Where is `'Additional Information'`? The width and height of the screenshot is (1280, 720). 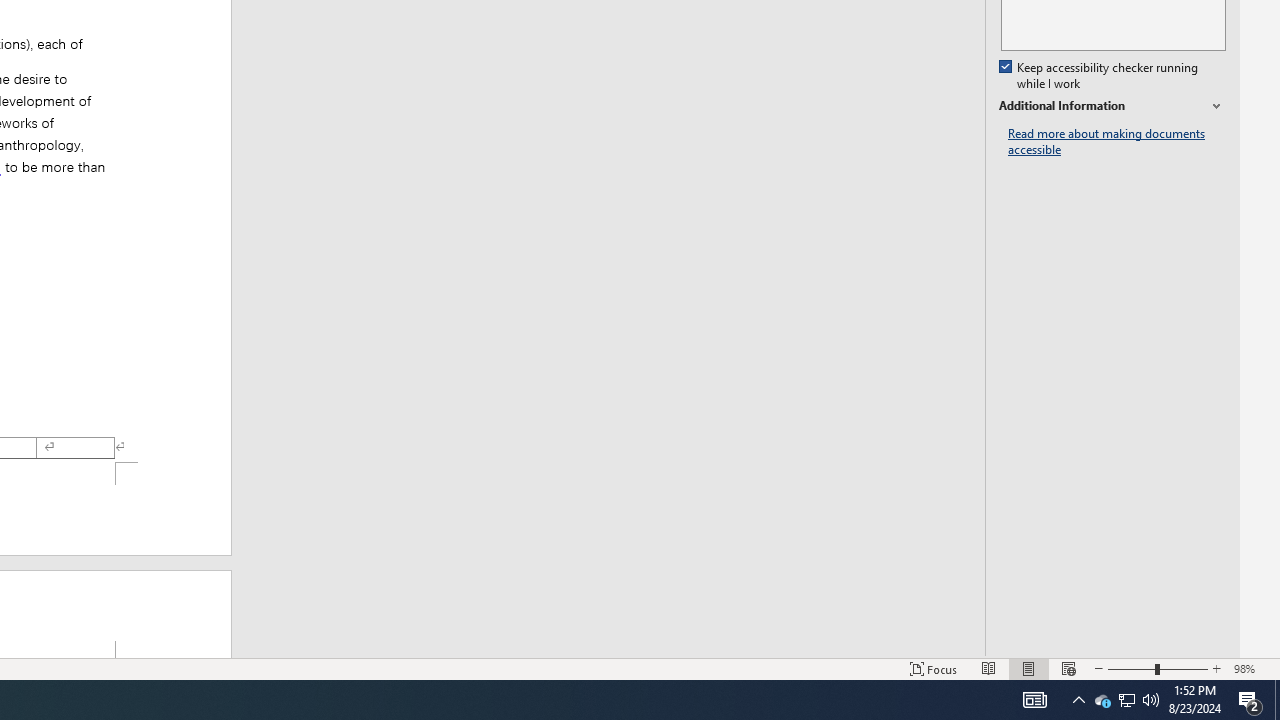
'Additional Information' is located at coordinates (1111, 106).